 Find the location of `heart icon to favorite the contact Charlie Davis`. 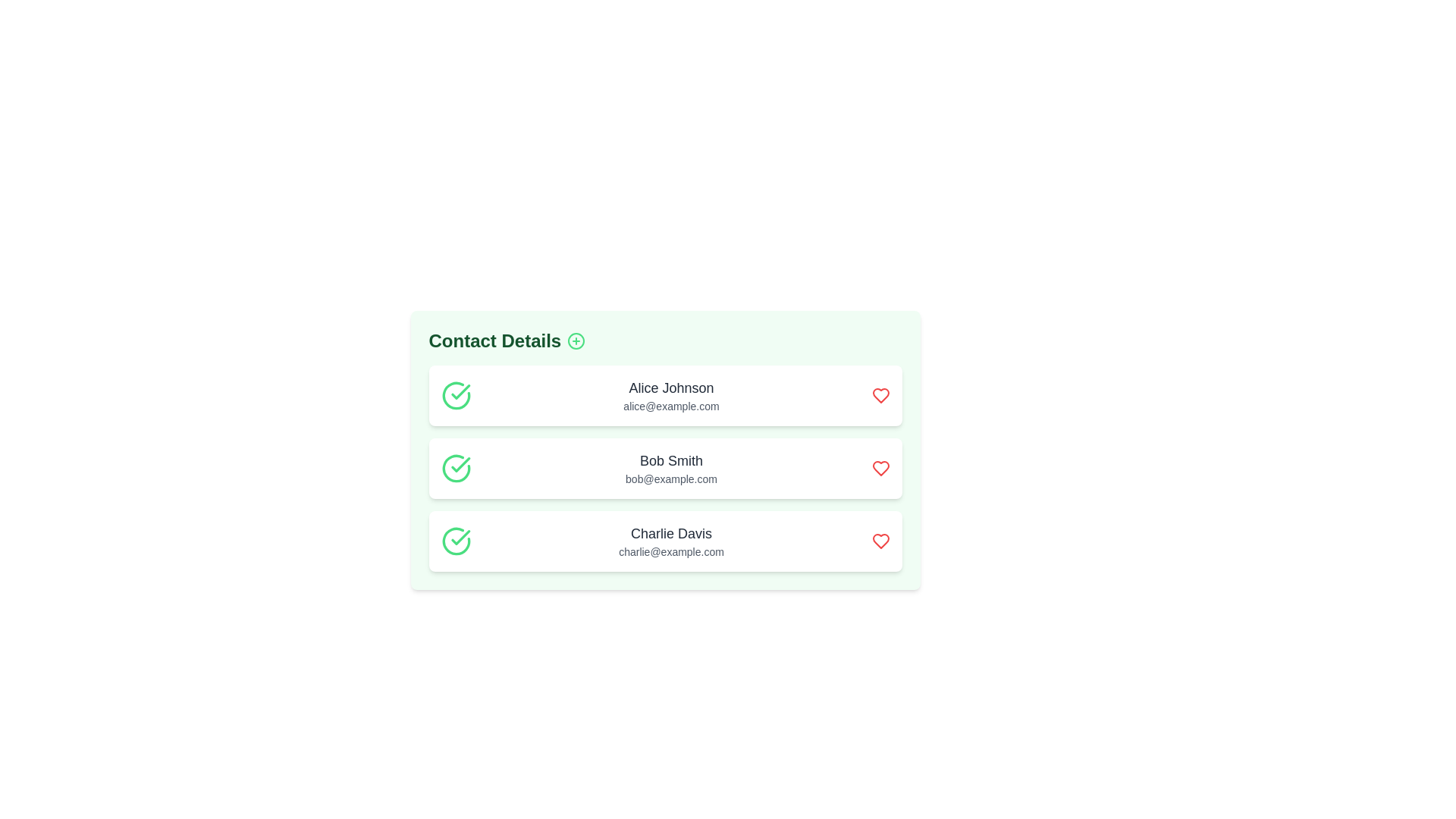

heart icon to favorite the contact Charlie Davis is located at coordinates (880, 540).